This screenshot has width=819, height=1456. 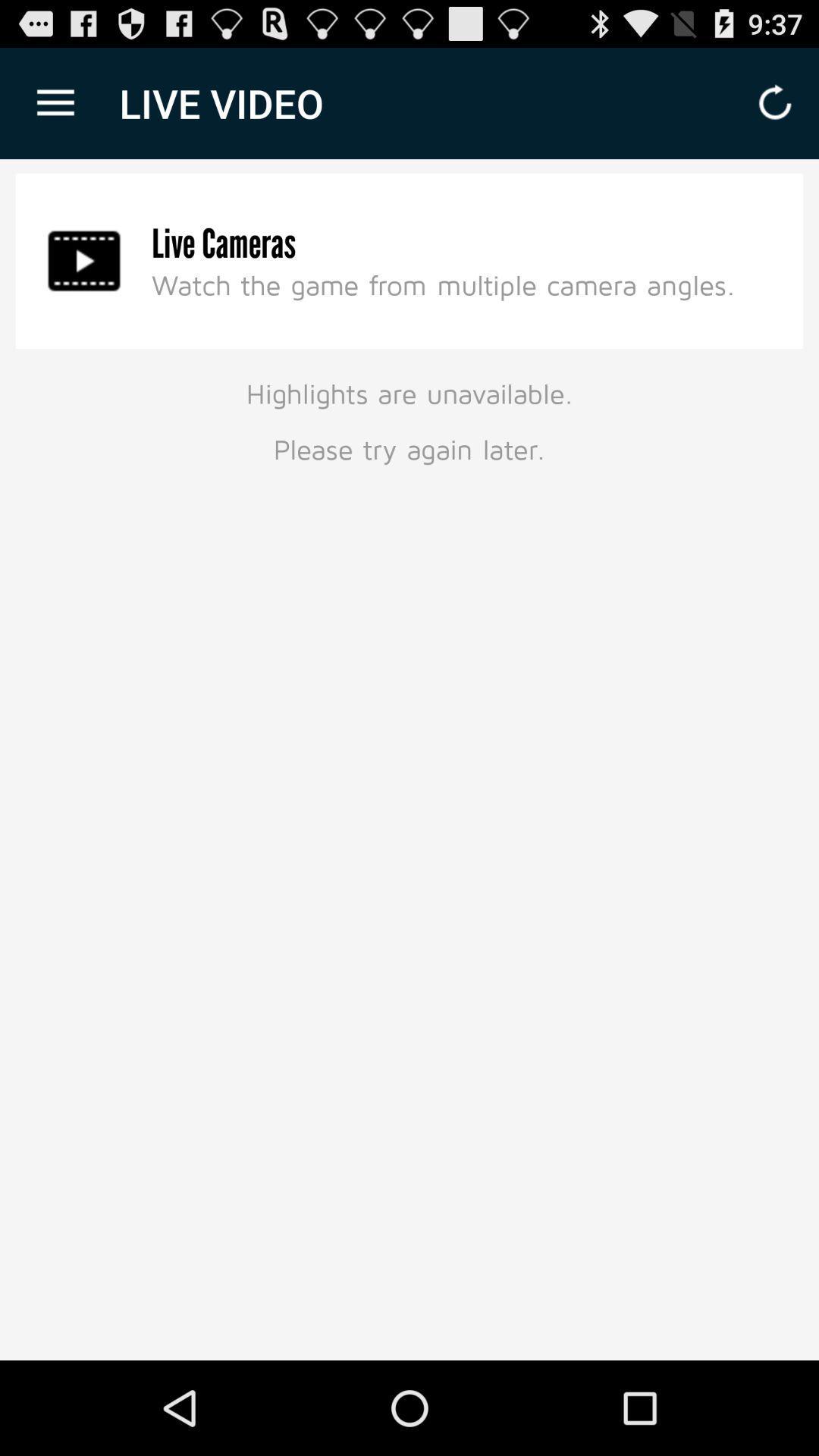 I want to click on the icon above highlights are unavailable item, so click(x=444, y=284).